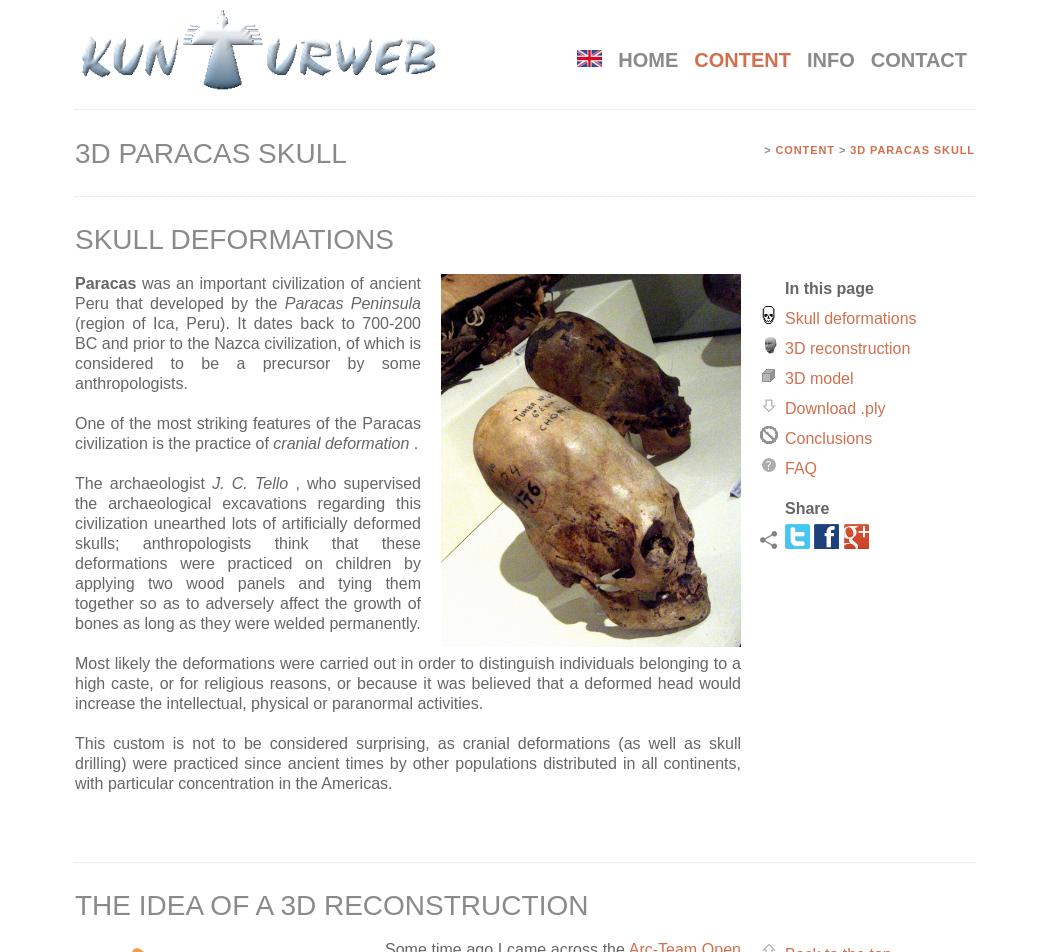  Describe the element at coordinates (408, 762) in the screenshot. I see `'This custom is not to be considered surprising, as
		cranial deformations (as well as skull drilling)
		were practiced since ancient times by other
		populations distributed in all continents, with particular
		concentration in the Americas.'` at that location.